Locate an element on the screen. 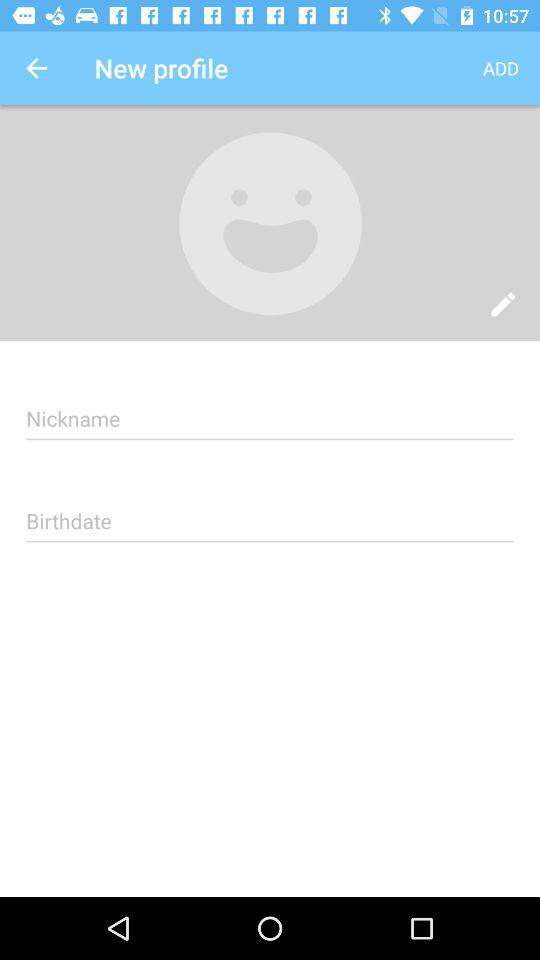 This screenshot has height=960, width=540. the add icon is located at coordinates (500, 68).